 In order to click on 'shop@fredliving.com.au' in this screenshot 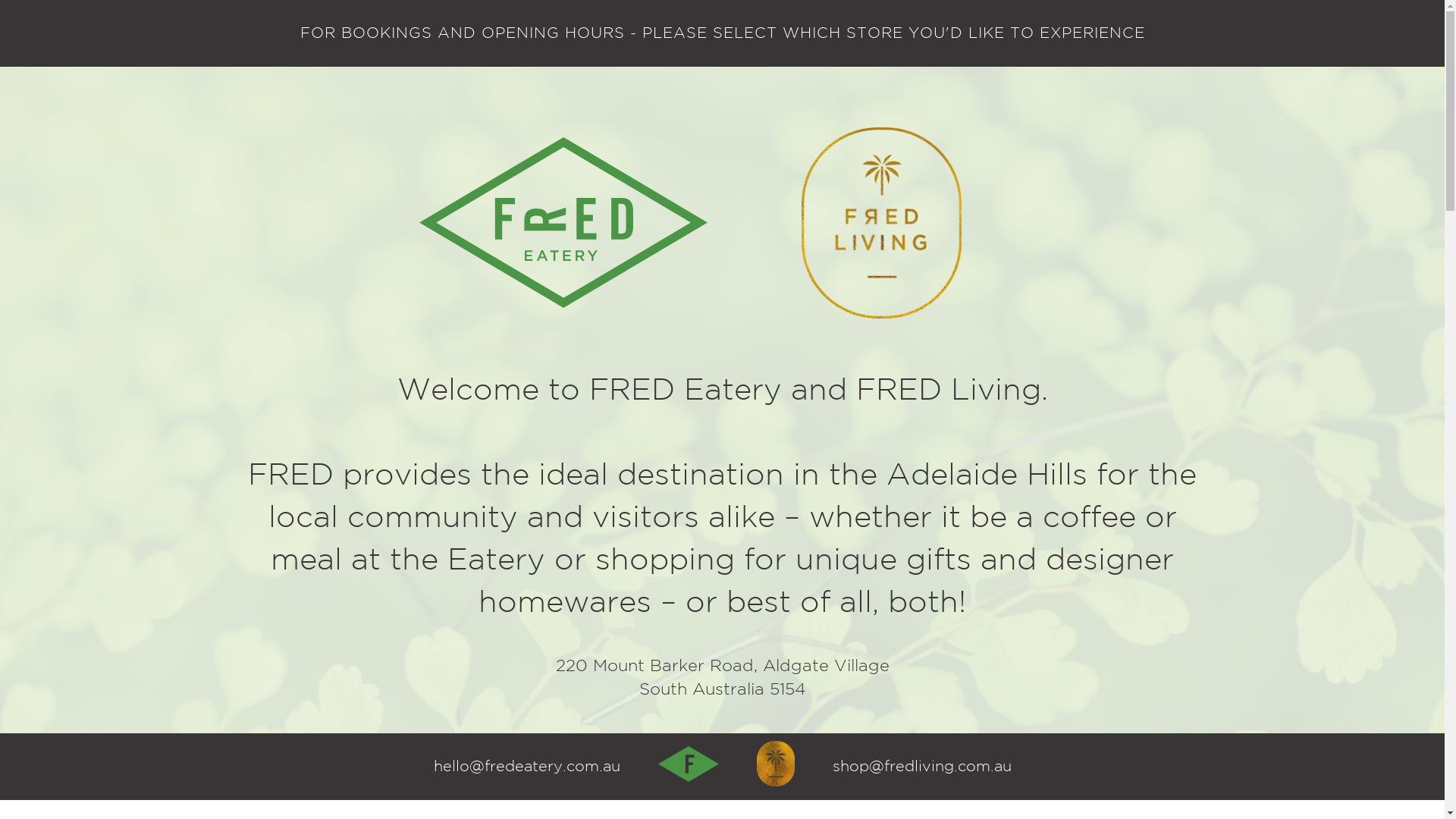, I will do `click(921, 766)`.